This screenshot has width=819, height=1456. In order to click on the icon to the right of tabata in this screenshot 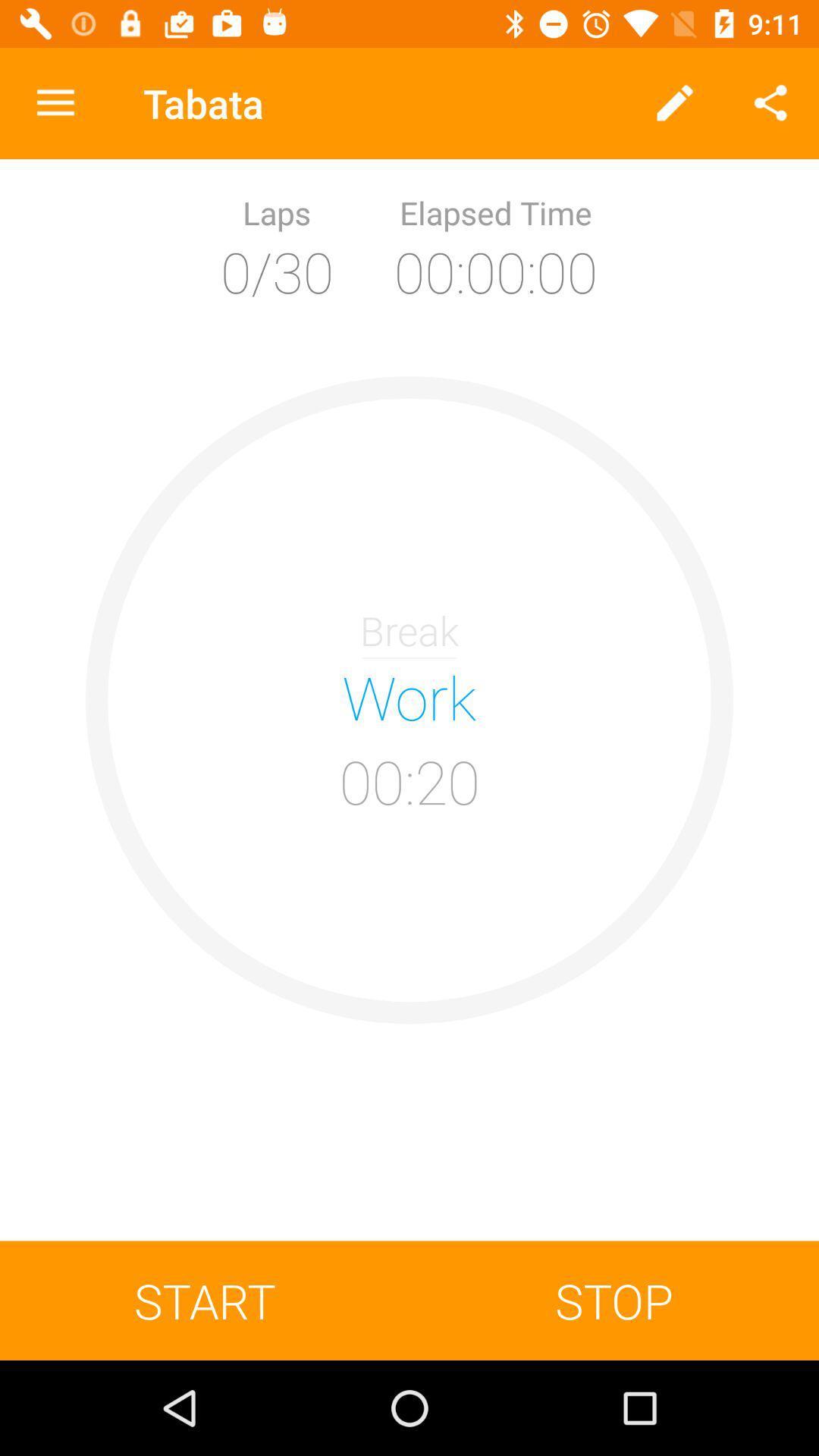, I will do `click(675, 102)`.